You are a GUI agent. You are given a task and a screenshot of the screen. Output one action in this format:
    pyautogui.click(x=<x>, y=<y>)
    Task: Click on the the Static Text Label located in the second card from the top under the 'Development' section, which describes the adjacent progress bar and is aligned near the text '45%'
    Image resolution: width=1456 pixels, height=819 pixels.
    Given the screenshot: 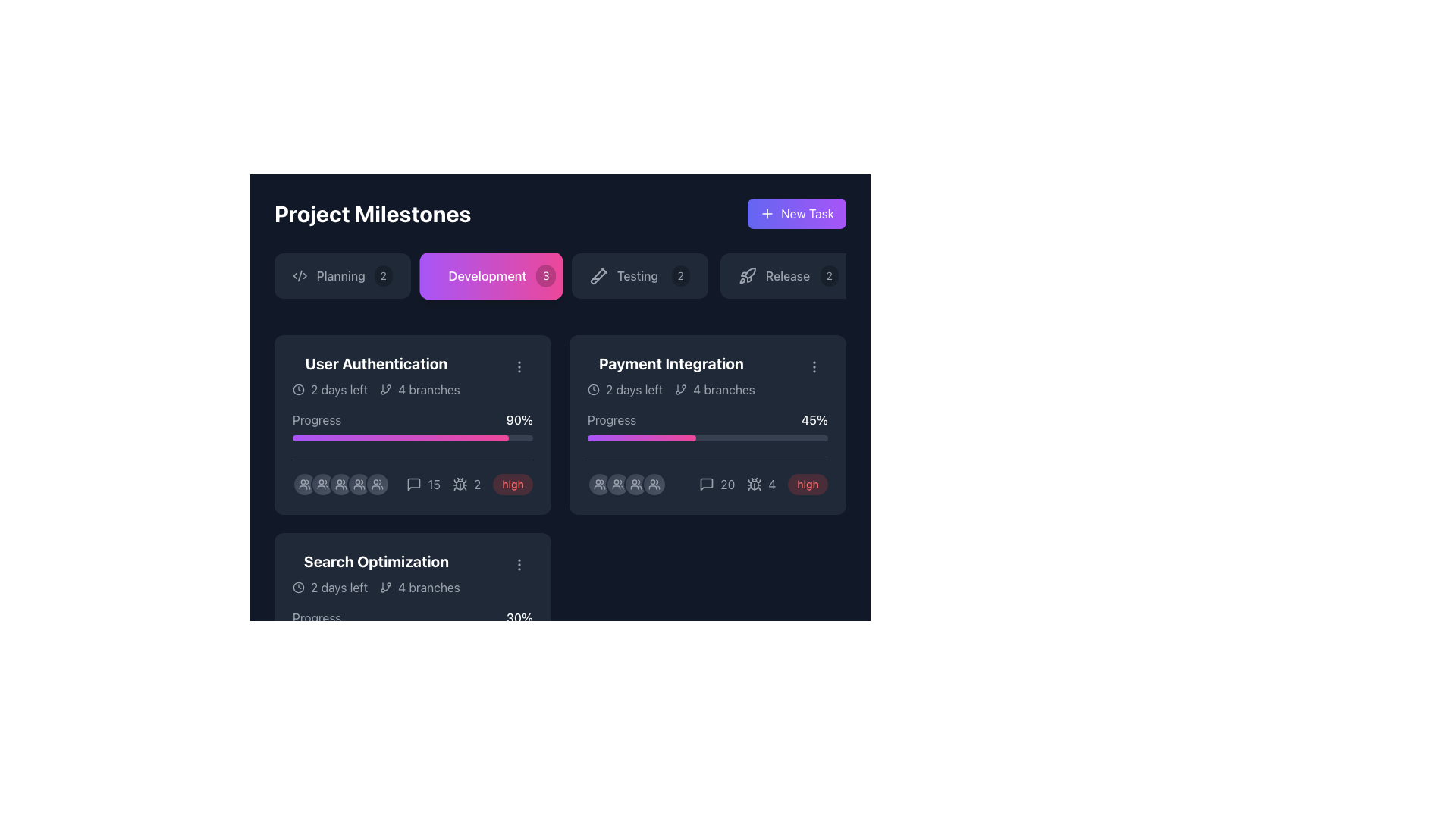 What is the action you would take?
    pyautogui.click(x=612, y=420)
    